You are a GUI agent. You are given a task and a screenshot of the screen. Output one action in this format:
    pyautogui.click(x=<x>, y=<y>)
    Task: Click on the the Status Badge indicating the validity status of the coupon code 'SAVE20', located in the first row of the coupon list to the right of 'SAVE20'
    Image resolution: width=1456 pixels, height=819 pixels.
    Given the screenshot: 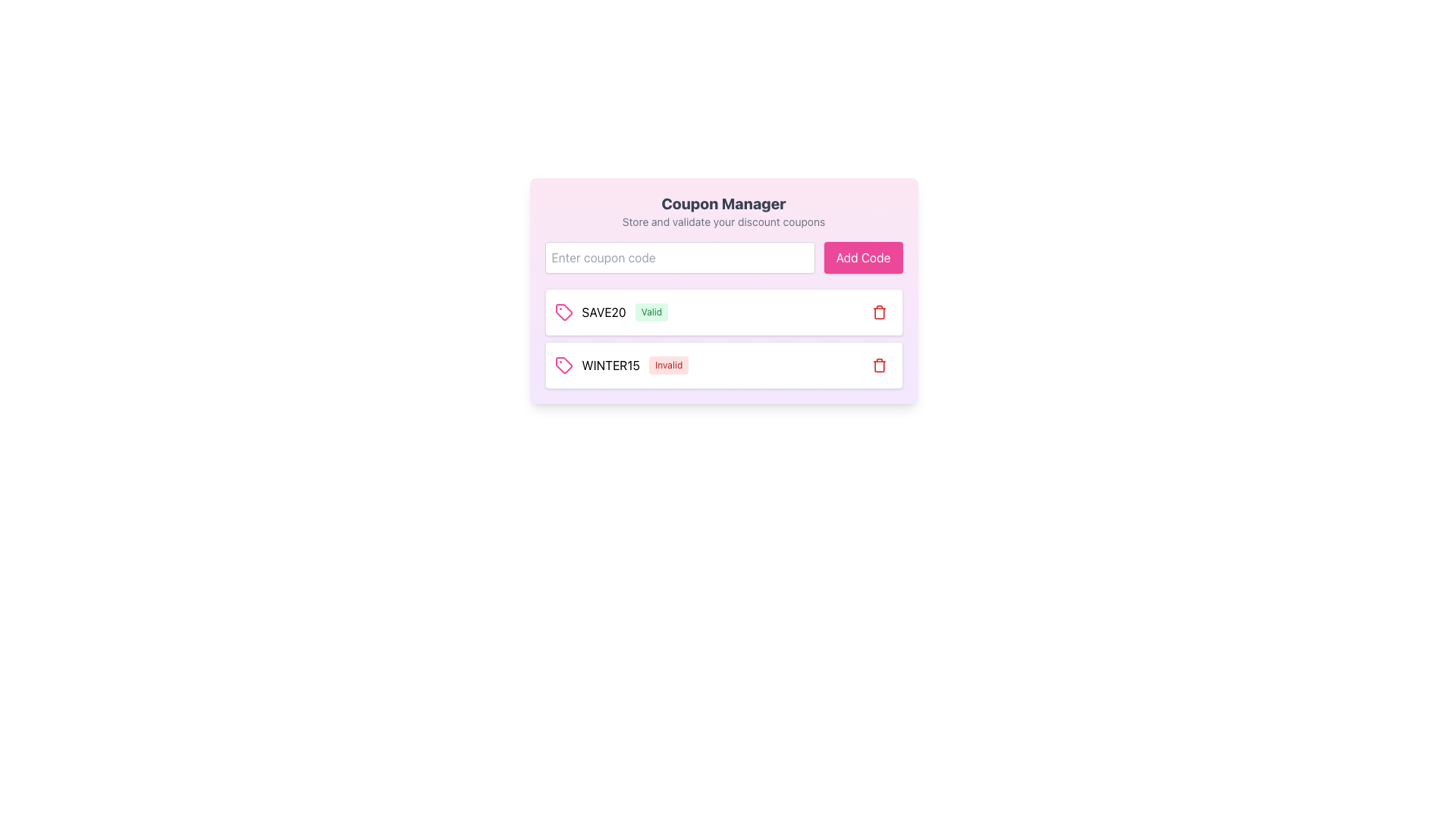 What is the action you would take?
    pyautogui.click(x=651, y=312)
    